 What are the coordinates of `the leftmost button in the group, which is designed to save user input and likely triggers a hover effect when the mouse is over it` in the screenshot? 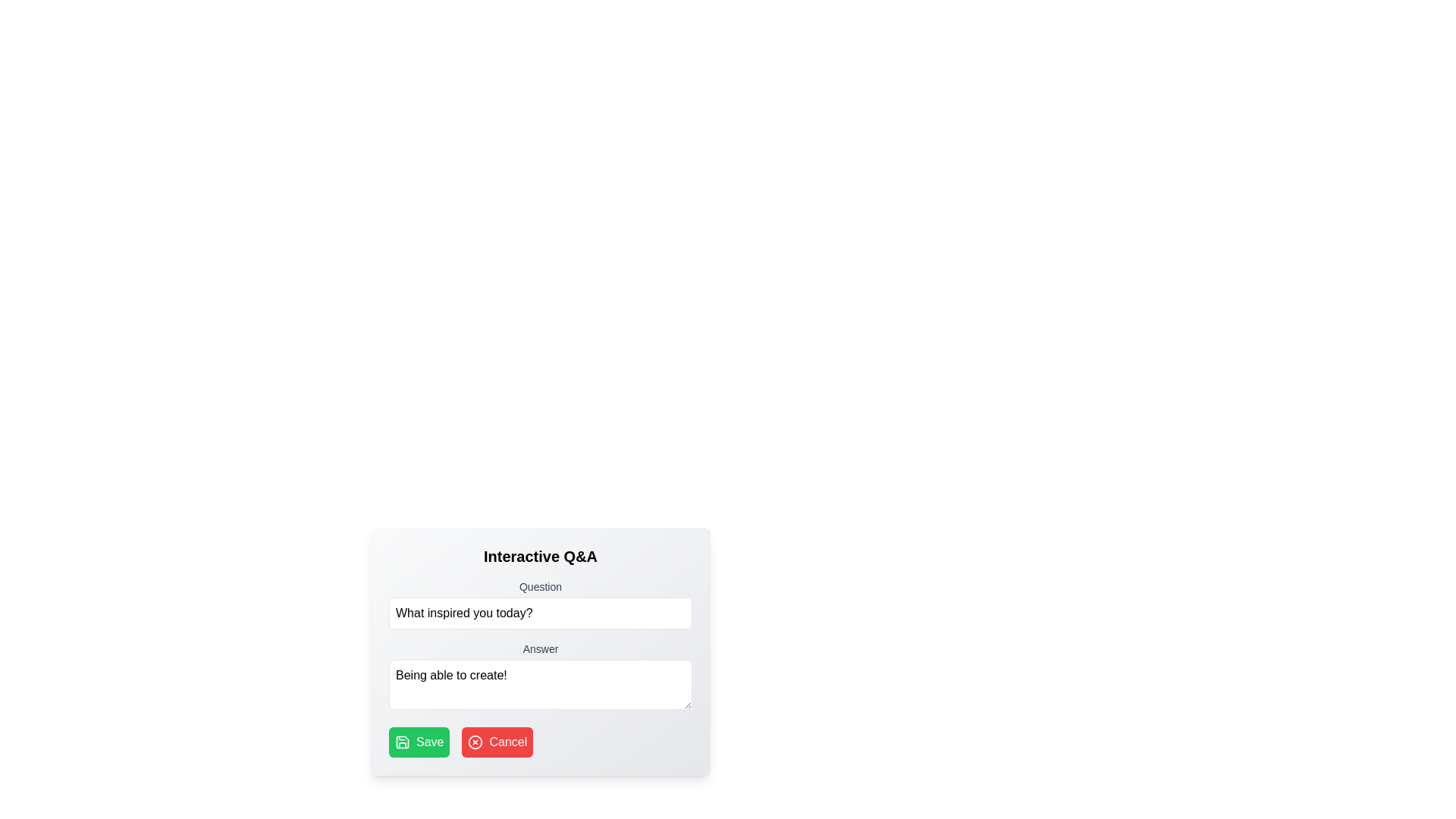 It's located at (419, 742).